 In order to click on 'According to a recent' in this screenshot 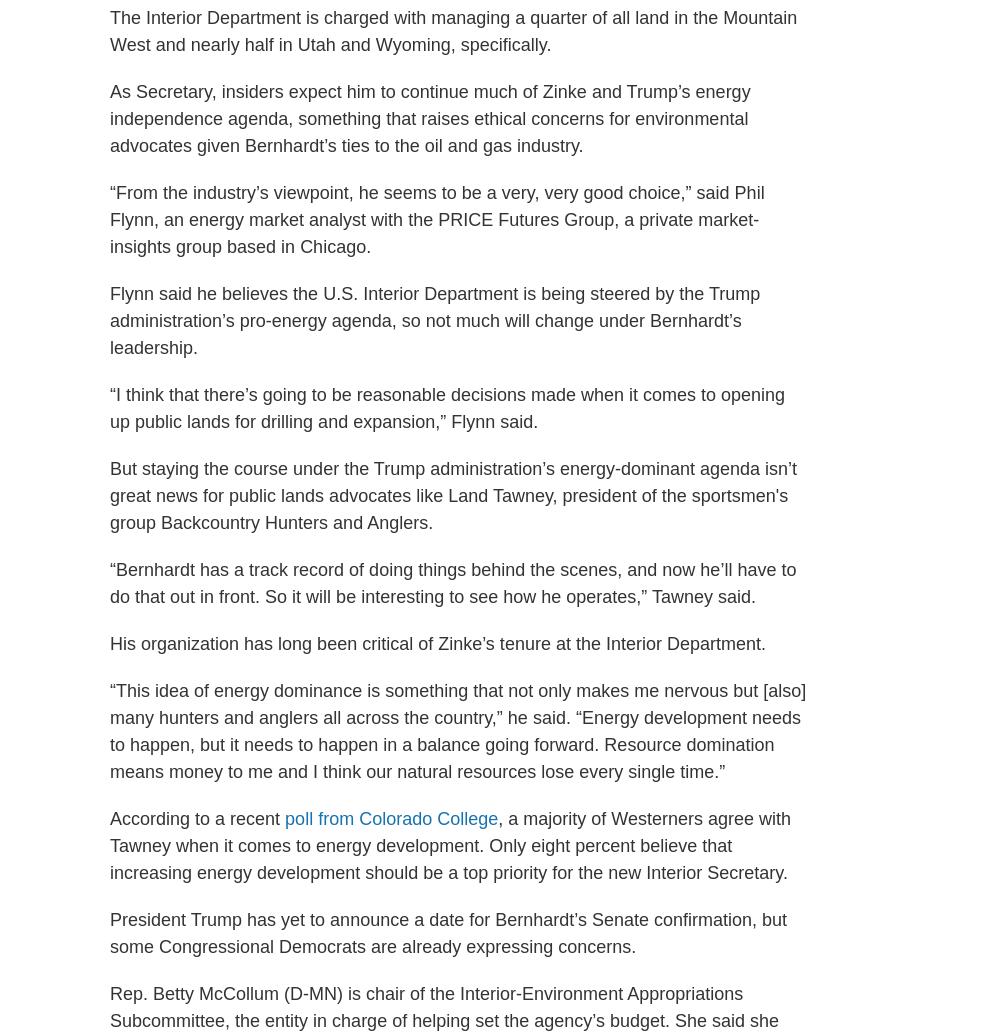, I will do `click(196, 816)`.